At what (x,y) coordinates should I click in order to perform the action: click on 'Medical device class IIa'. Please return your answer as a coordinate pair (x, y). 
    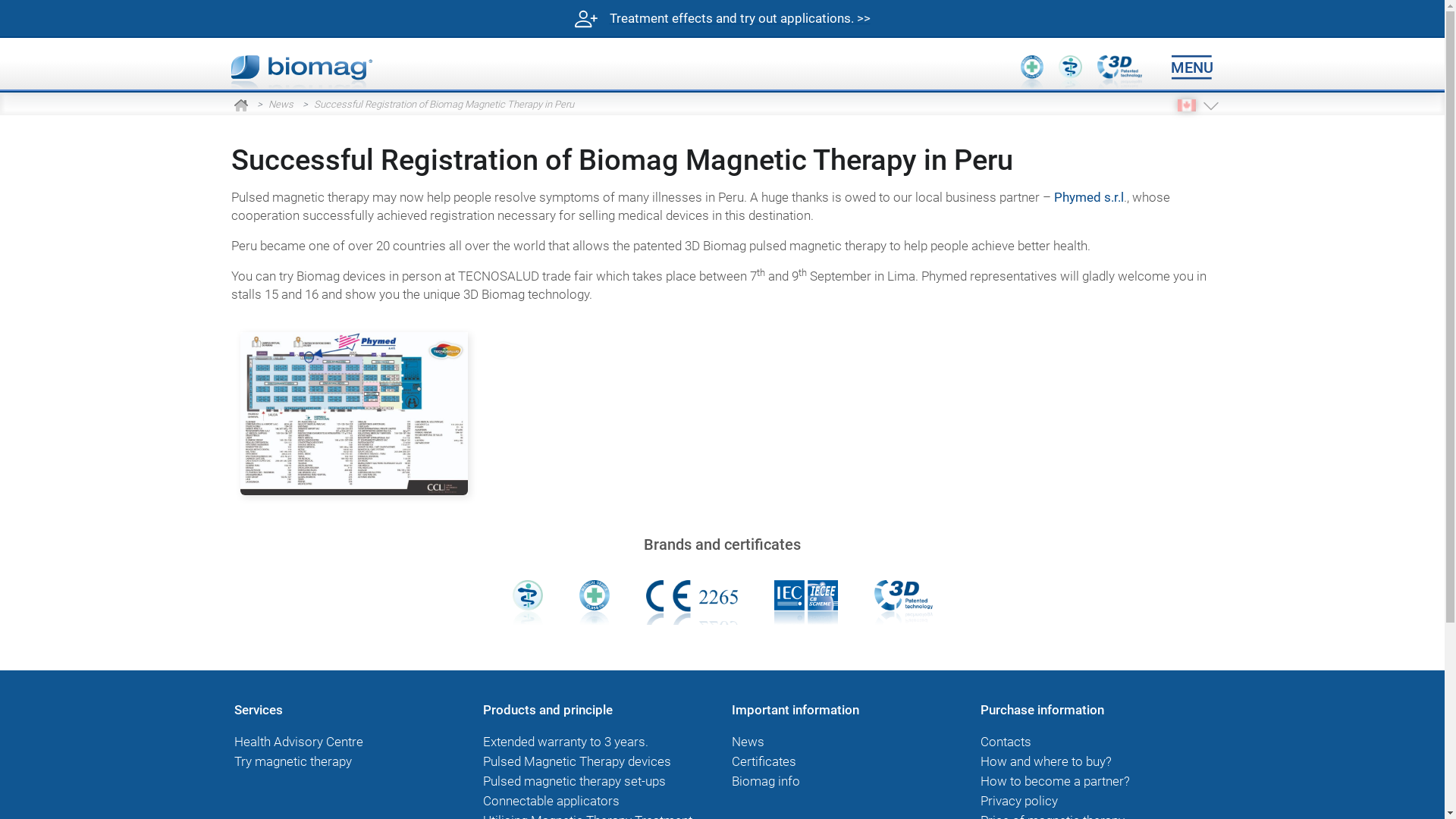
    Looking at the image, I should click on (1031, 72).